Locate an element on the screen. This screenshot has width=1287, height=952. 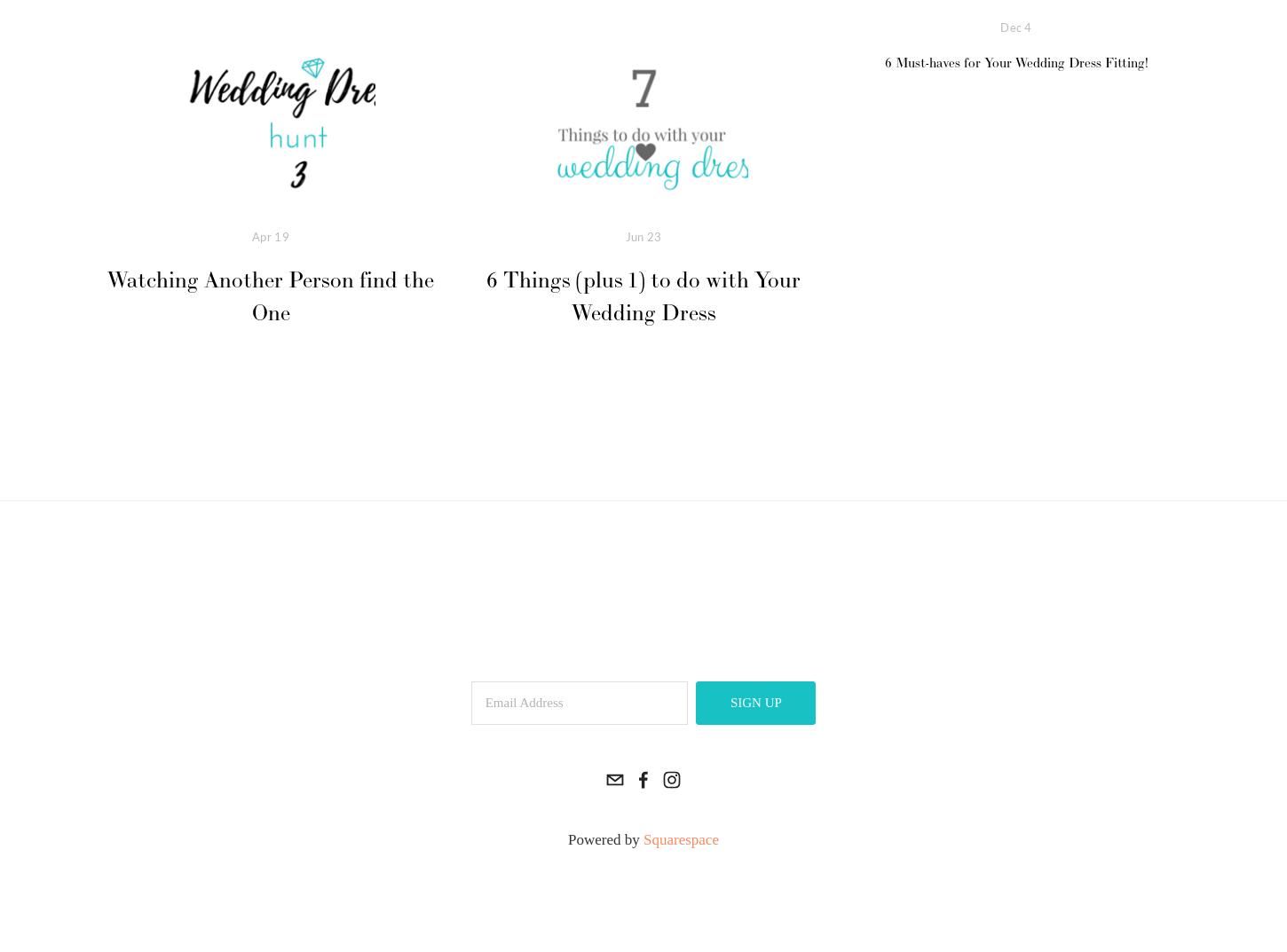
'Apr' is located at coordinates (263, 235).